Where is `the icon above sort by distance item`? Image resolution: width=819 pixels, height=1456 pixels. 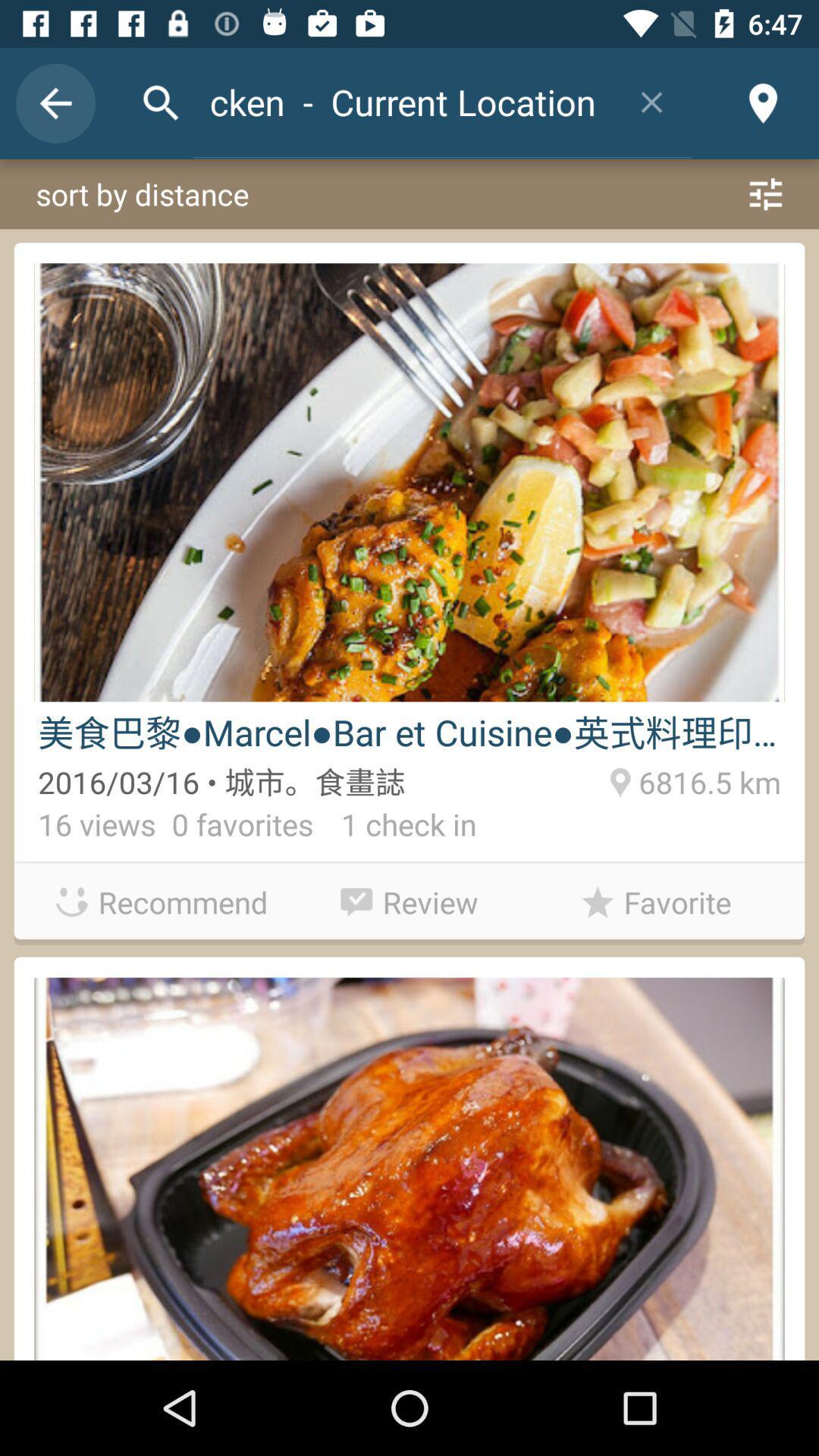 the icon above sort by distance item is located at coordinates (763, 102).